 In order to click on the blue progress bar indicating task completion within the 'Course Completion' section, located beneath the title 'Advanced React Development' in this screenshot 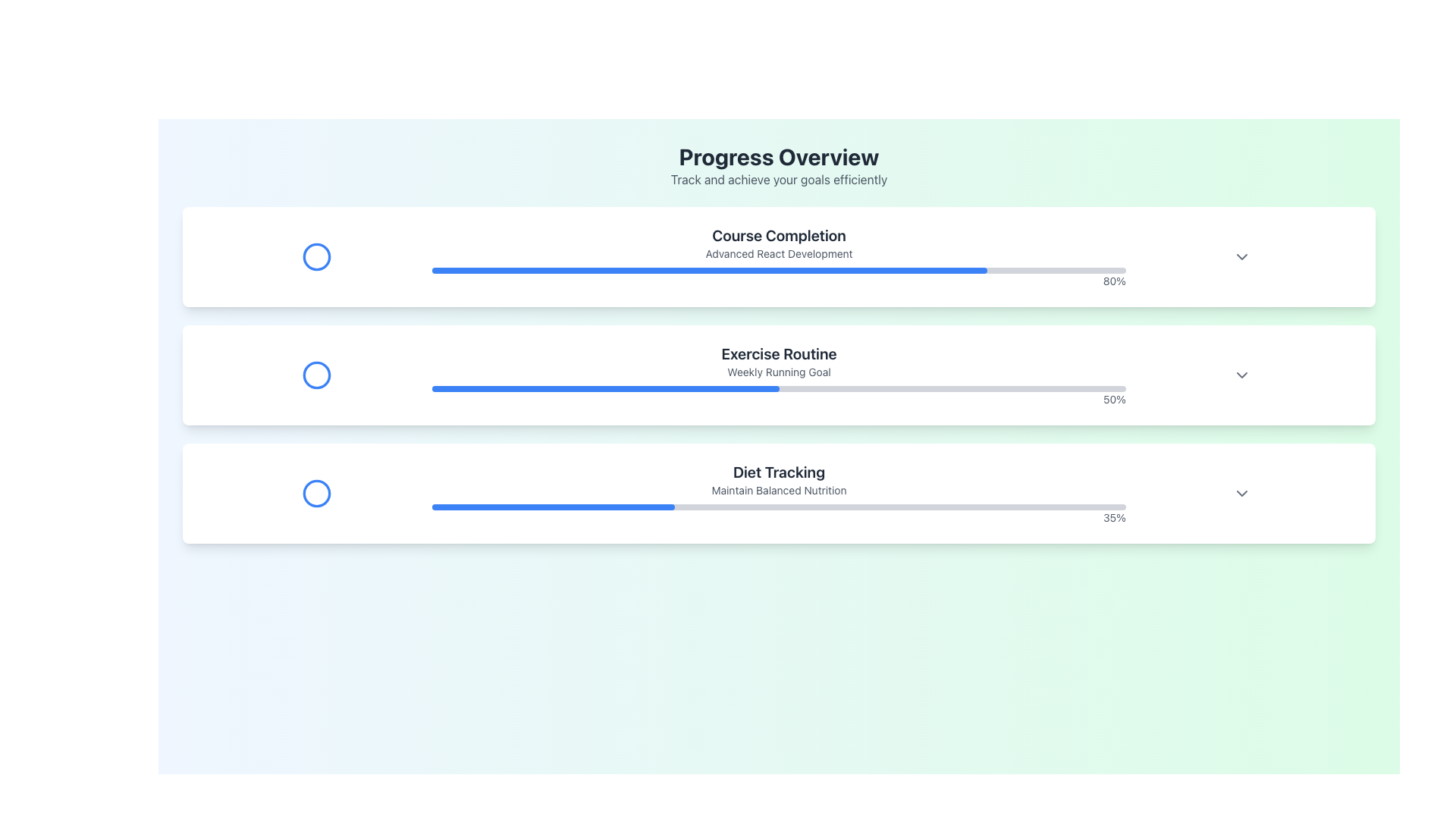, I will do `click(709, 270)`.